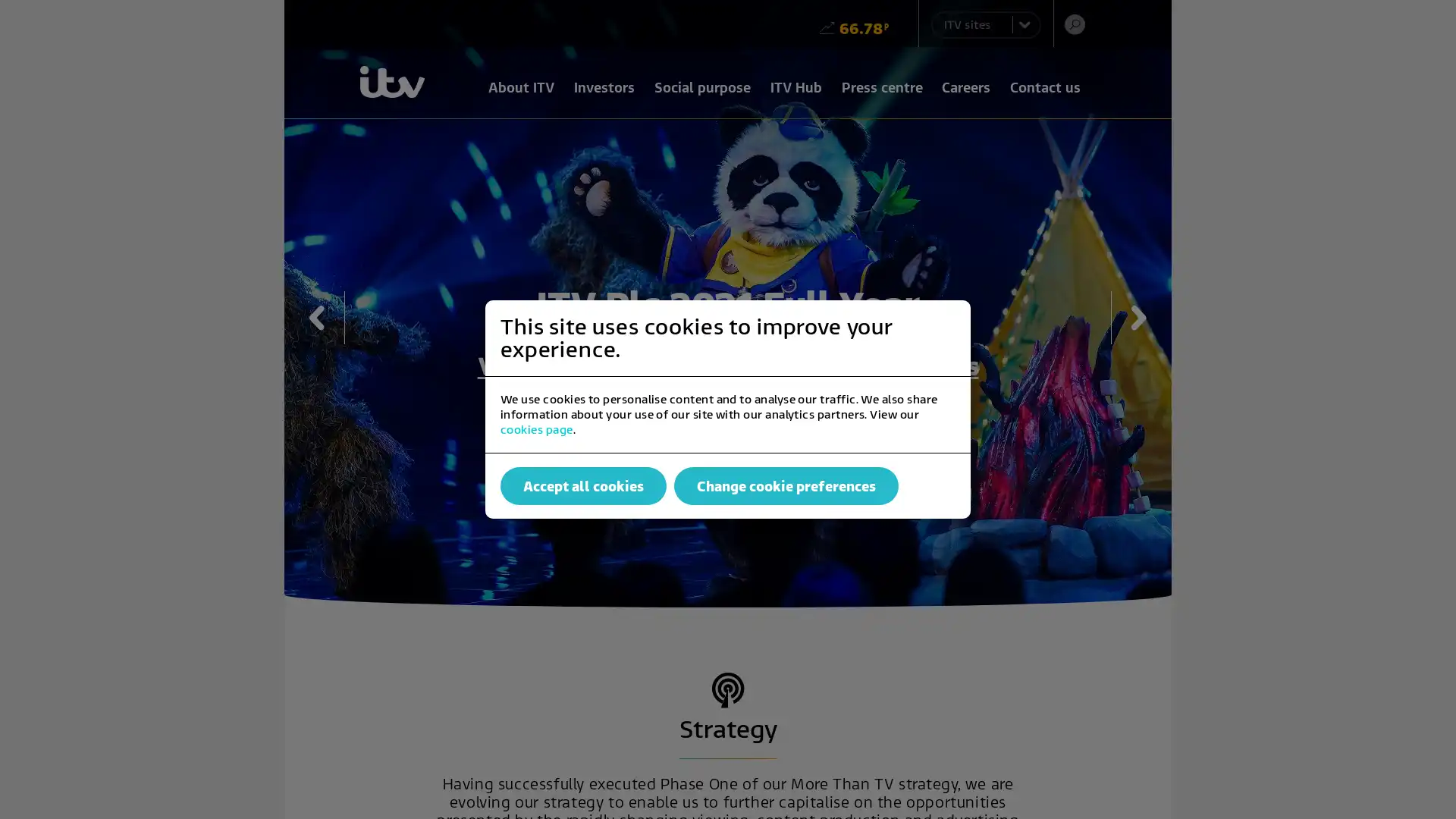 The height and width of the screenshot is (819, 1456). Describe the element at coordinates (786, 485) in the screenshot. I see `Change cookie preferences` at that location.